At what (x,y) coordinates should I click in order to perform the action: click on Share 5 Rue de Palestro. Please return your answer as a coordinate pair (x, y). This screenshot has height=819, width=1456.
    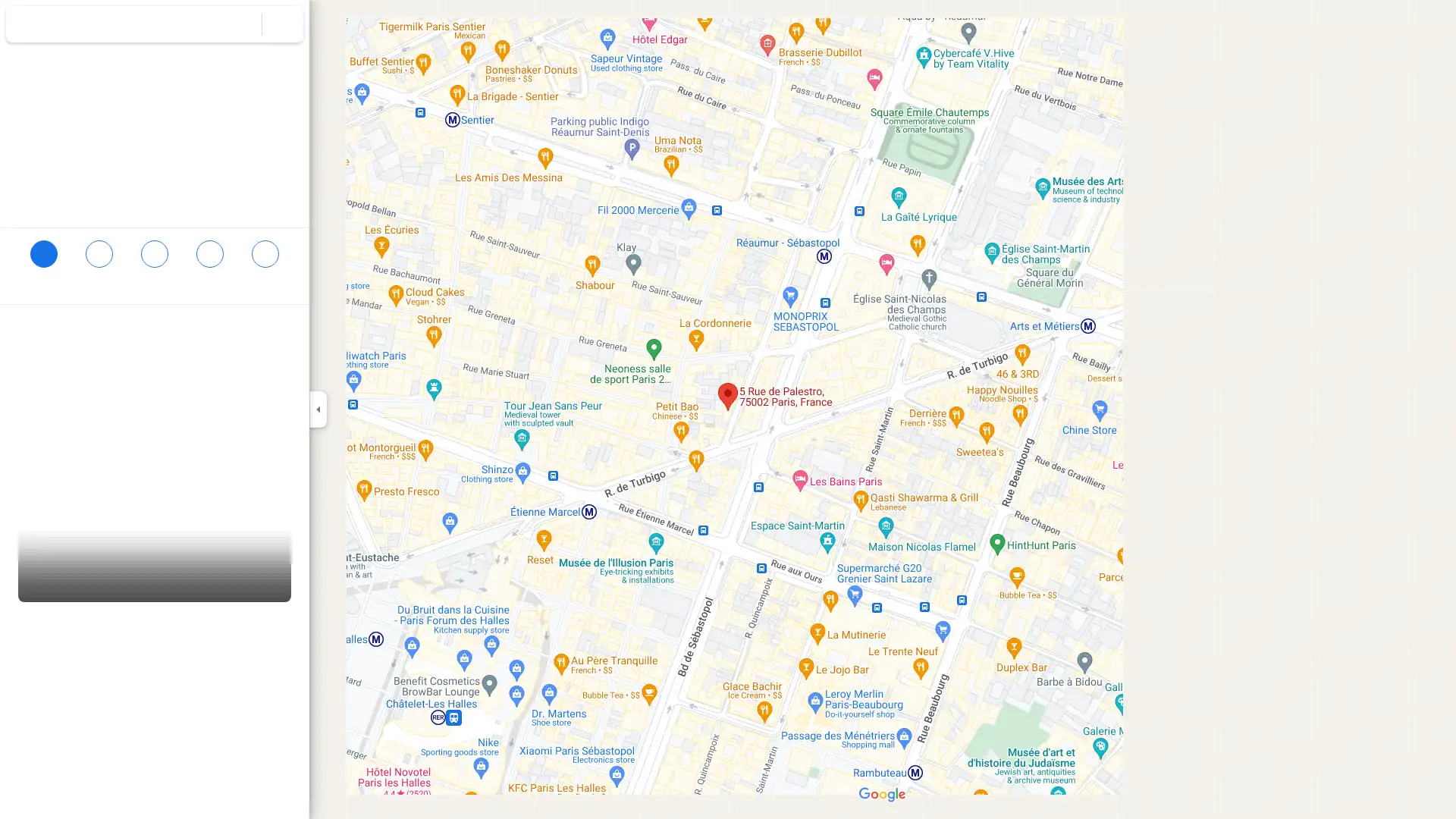
    Looking at the image, I should click on (265, 259).